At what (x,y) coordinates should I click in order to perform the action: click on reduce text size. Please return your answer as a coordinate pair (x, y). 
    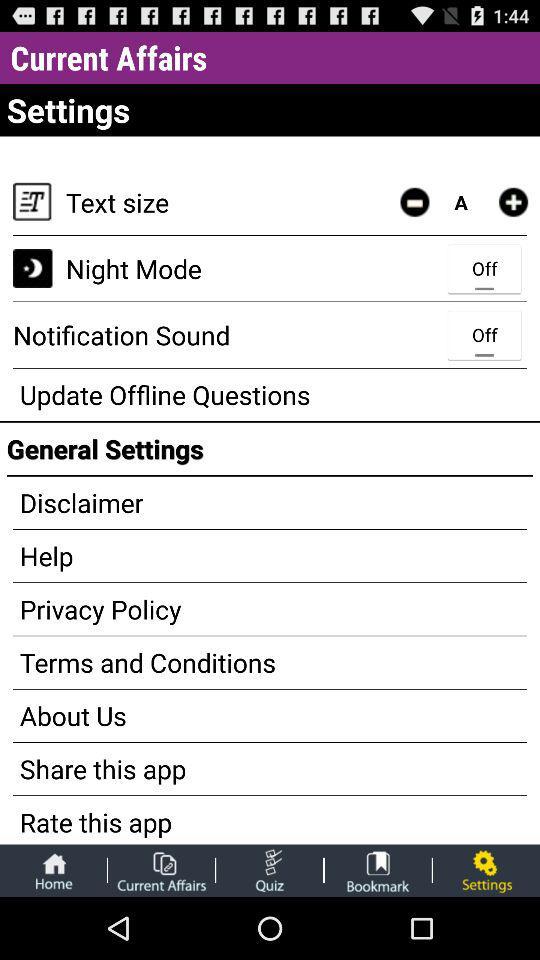
    Looking at the image, I should click on (413, 202).